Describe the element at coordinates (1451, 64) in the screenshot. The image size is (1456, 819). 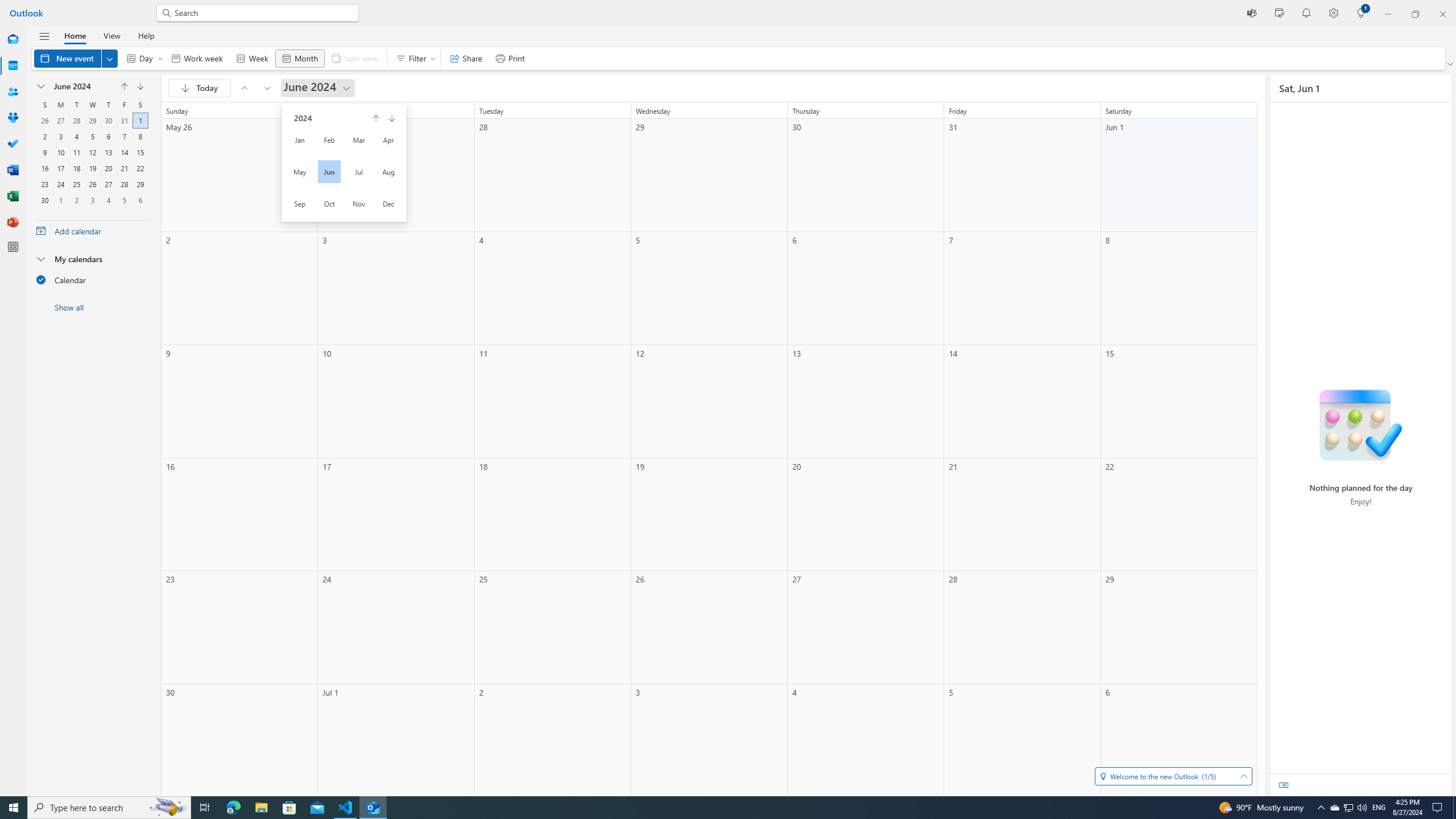
I see `'Ribbon display options'` at that location.